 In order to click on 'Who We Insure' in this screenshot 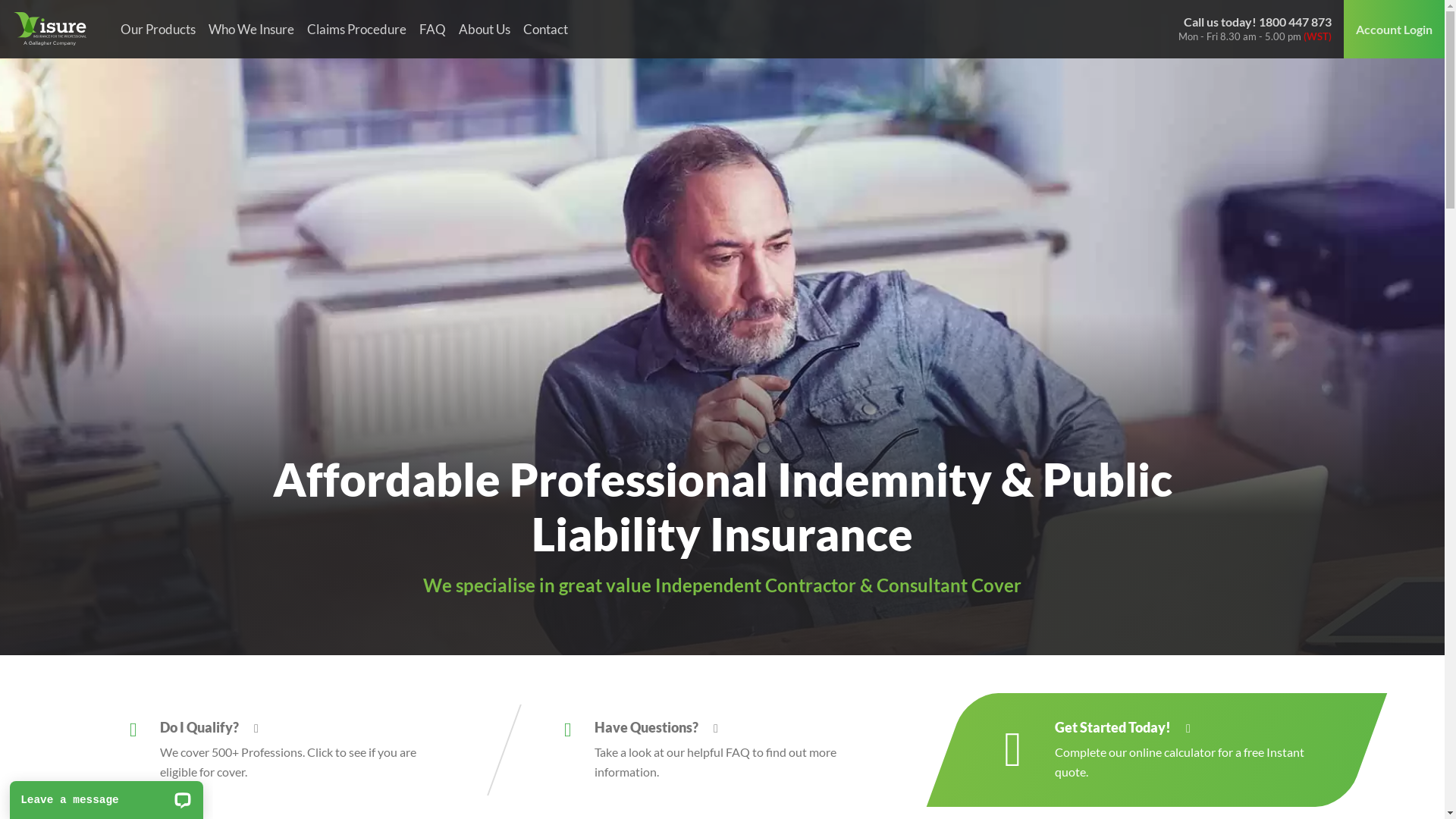, I will do `click(251, 29)`.